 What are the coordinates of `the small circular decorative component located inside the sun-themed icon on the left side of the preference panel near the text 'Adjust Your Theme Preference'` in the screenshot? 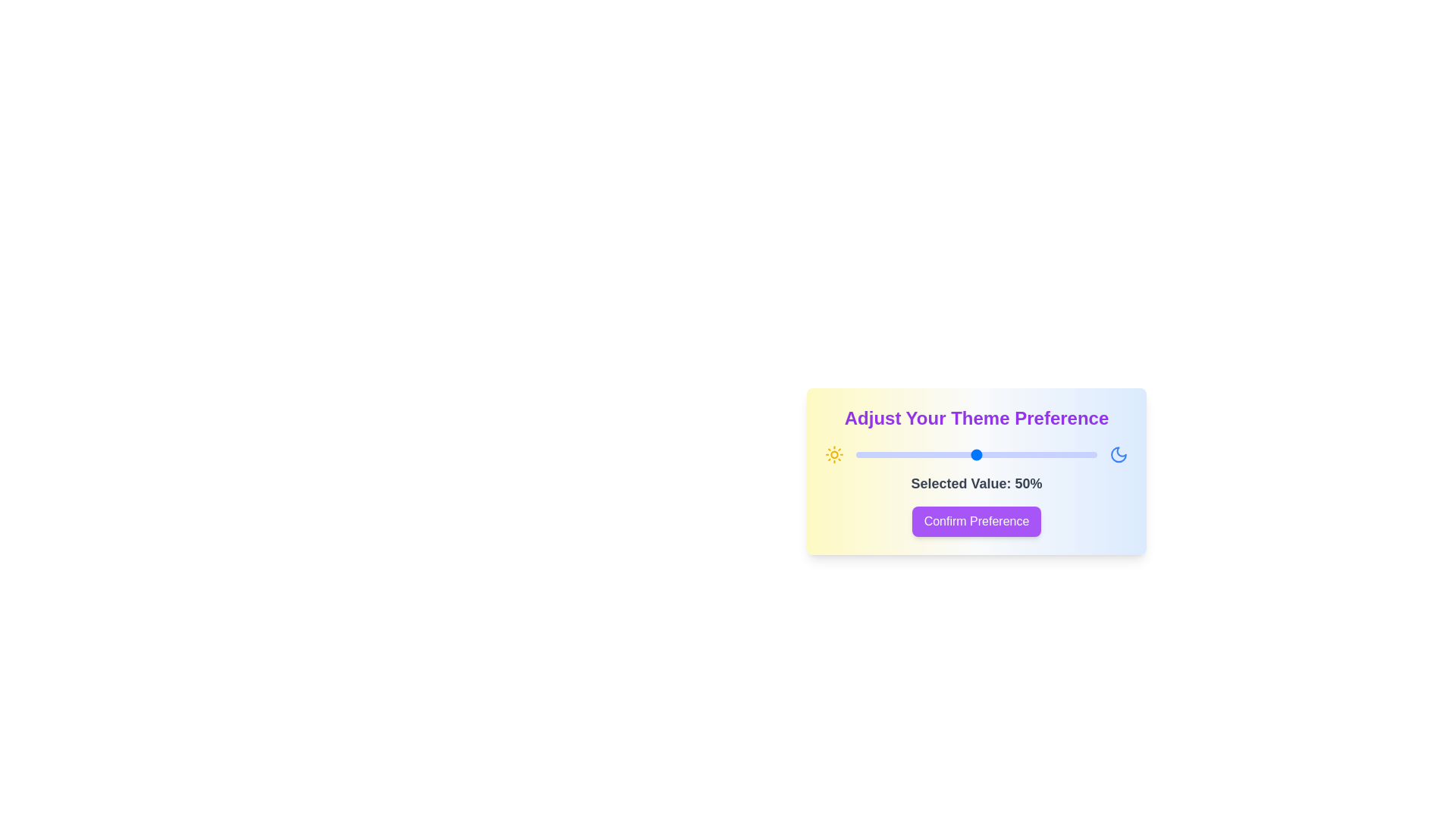 It's located at (833, 454).